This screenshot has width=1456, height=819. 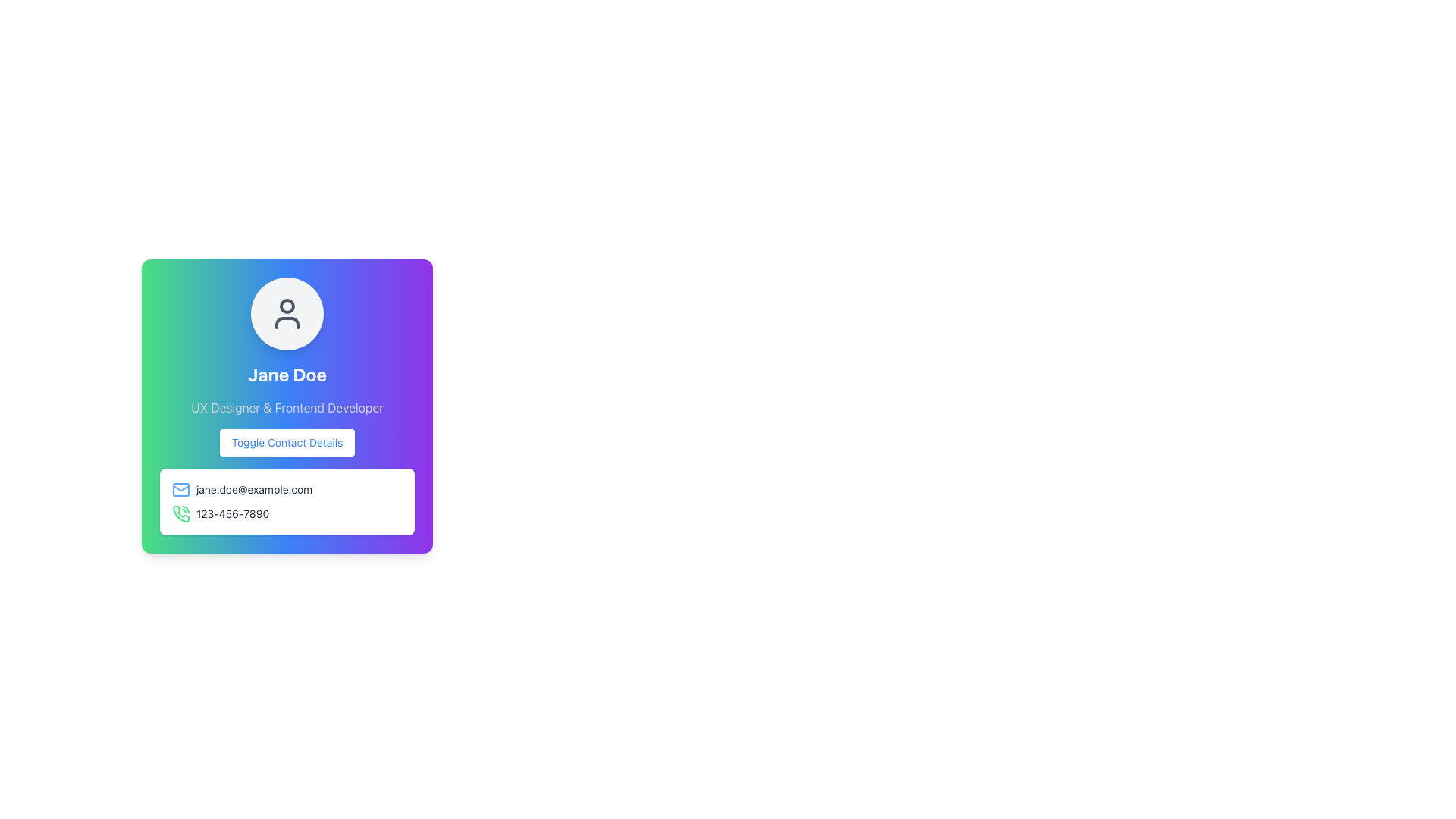 What do you see at coordinates (287, 306) in the screenshot?
I see `the circular graphical element that represents a dot in the head area of the user profile icon, which is centrally located within a user information card` at bounding box center [287, 306].